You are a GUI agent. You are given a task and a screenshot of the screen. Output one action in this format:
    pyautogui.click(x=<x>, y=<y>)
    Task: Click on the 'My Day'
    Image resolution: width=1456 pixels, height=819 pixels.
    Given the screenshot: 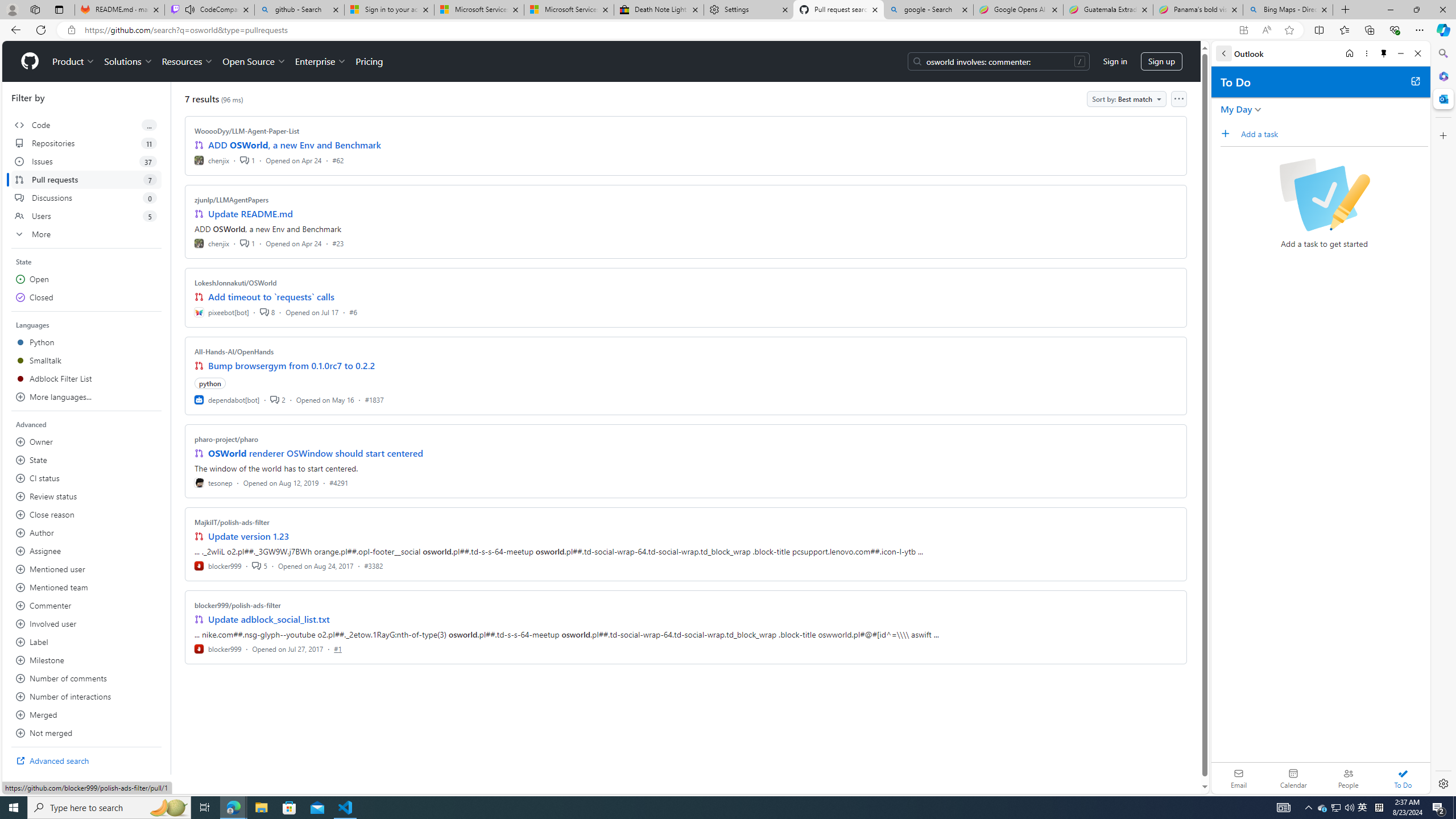 What is the action you would take?
    pyautogui.click(x=1235, y=109)
    